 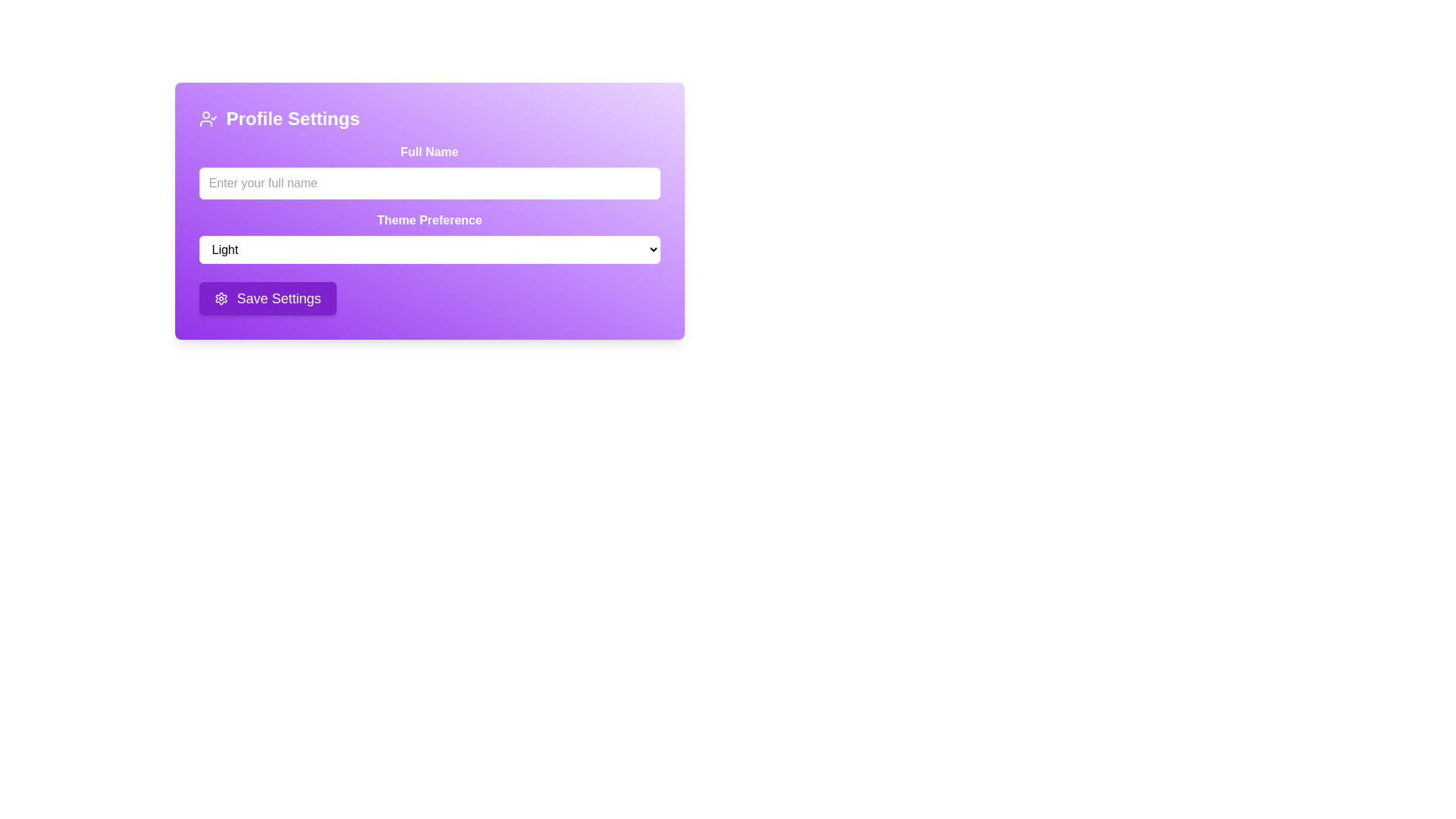 I want to click on the text input field for entering full names located under the 'Profile Settings' section, so click(x=428, y=171).